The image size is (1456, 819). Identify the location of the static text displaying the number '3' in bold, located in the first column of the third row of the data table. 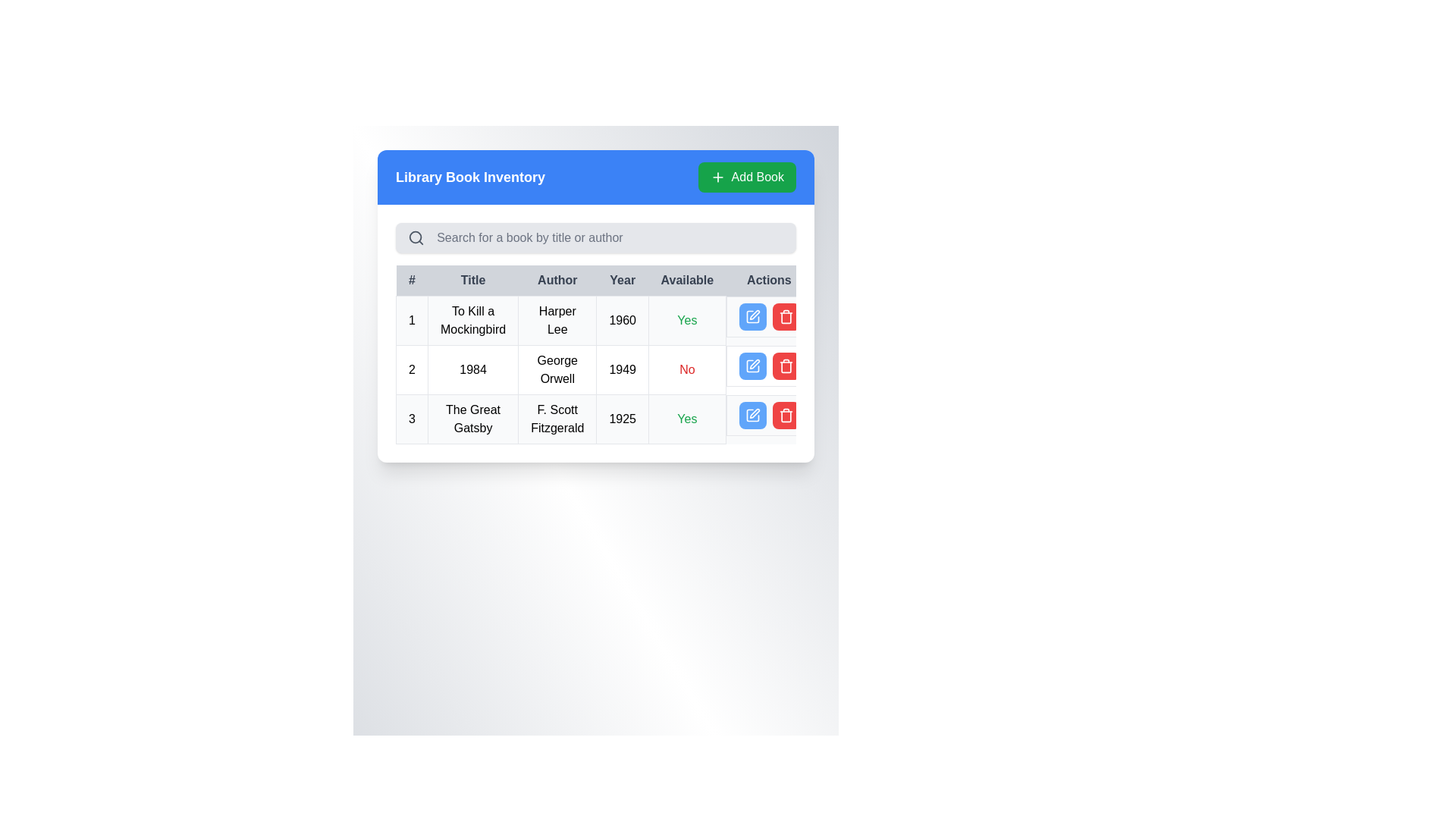
(412, 419).